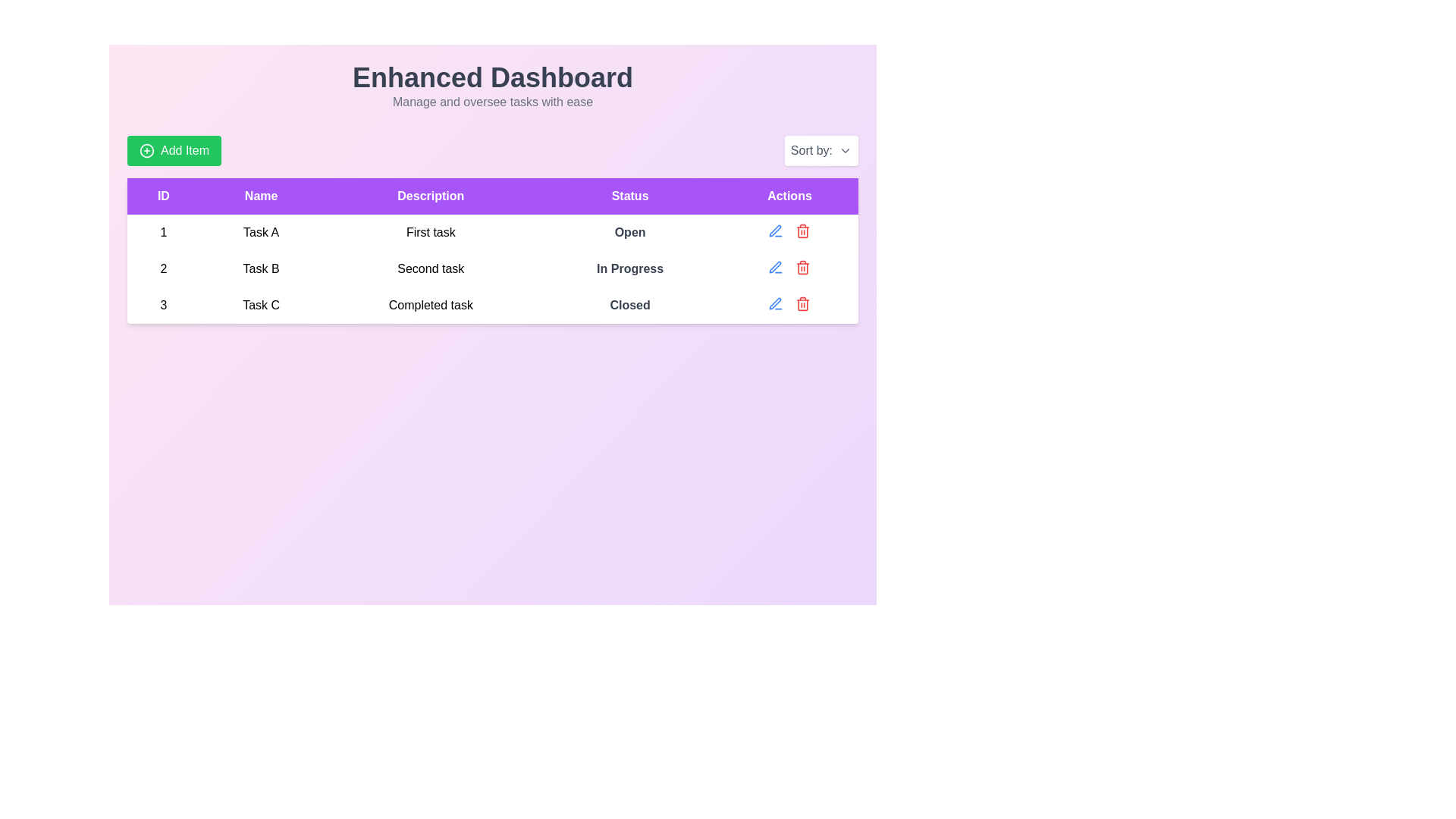 This screenshot has height=819, width=1456. What do you see at coordinates (430, 233) in the screenshot?
I see `the text label reading 'First task', which is located in the third column of the first row of the table below the 'Description' header` at bounding box center [430, 233].